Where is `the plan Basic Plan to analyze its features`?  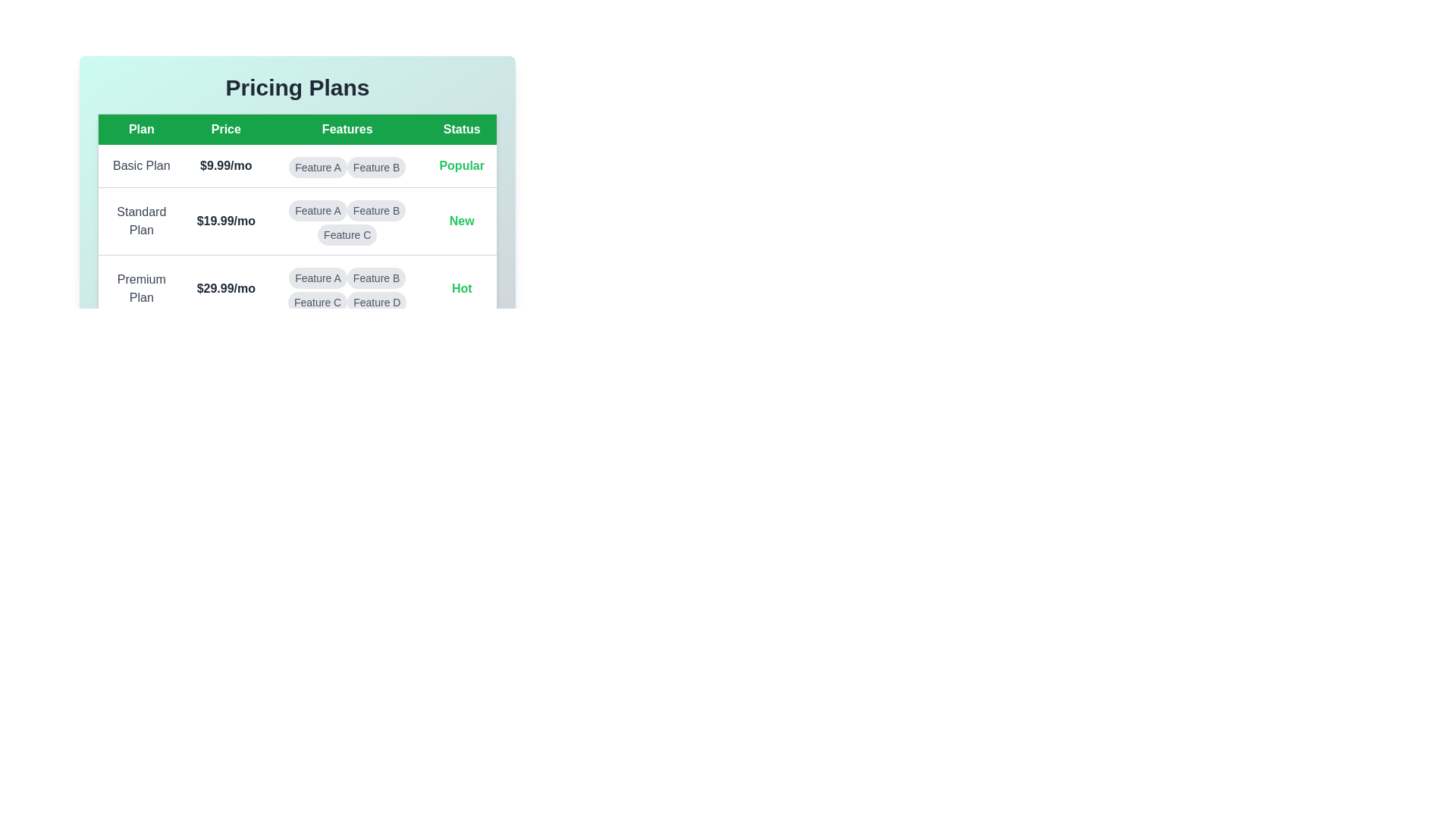 the plan Basic Plan to analyze its features is located at coordinates (141, 166).